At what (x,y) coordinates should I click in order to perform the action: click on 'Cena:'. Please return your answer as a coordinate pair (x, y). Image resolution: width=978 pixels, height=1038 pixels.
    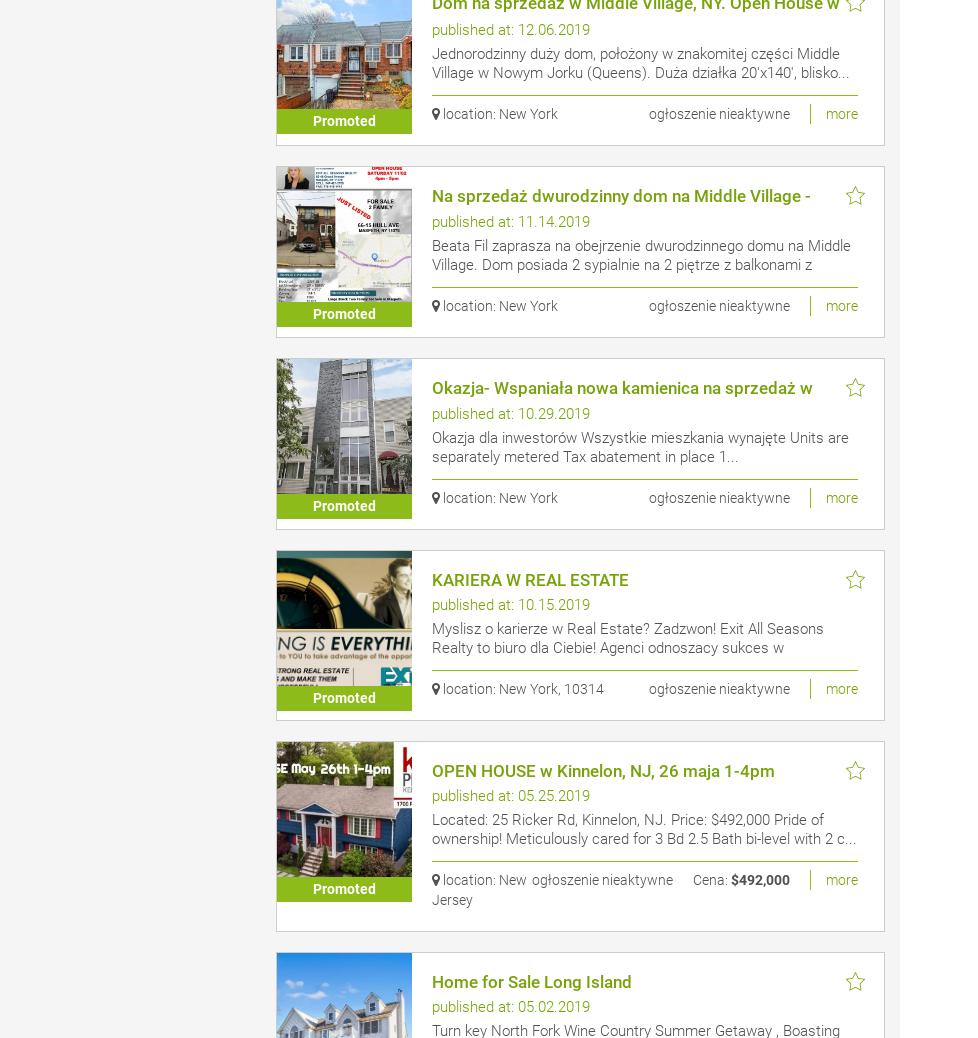
    Looking at the image, I should click on (709, 880).